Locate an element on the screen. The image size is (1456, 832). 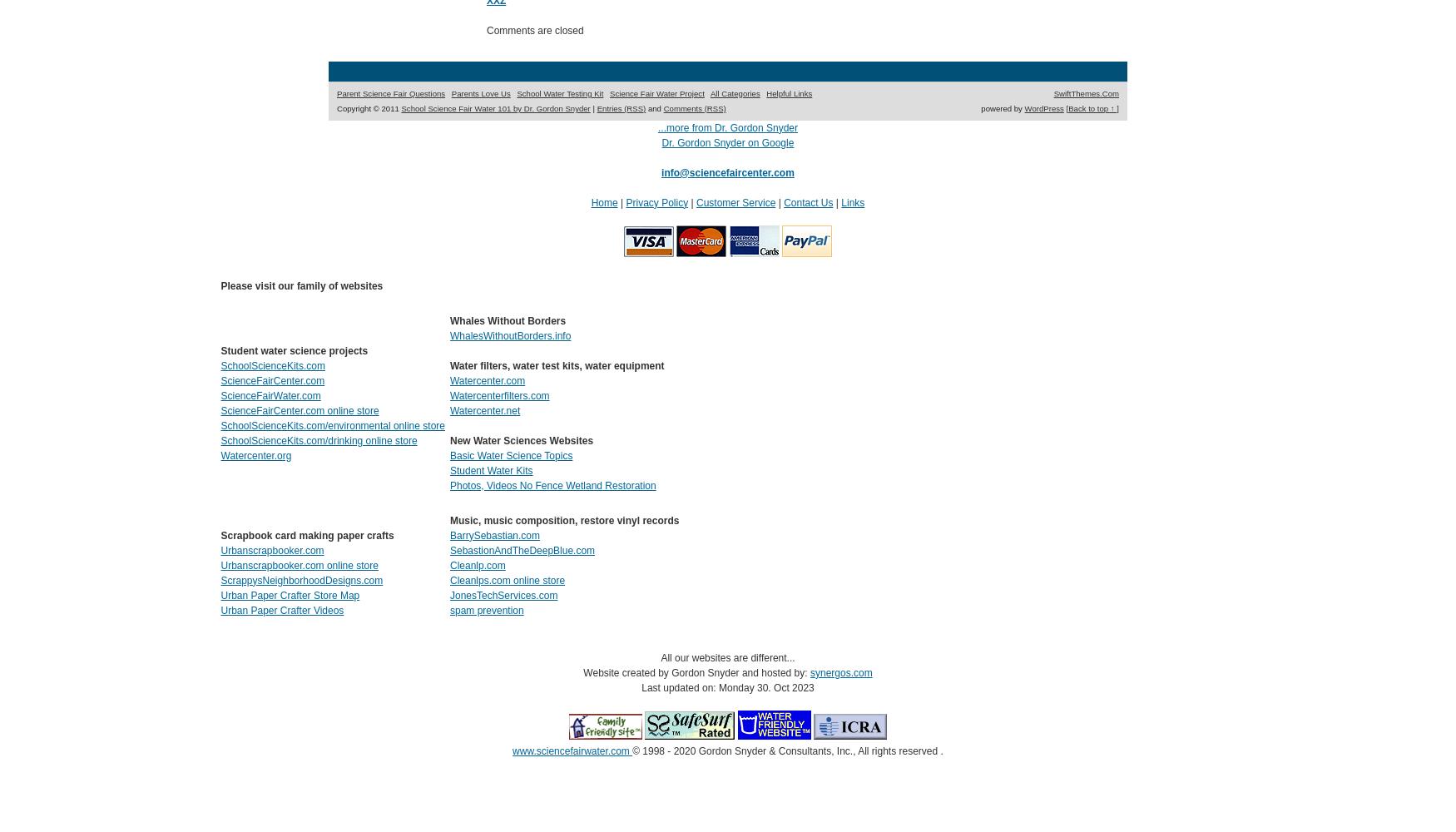
'and' is located at coordinates (644, 107).